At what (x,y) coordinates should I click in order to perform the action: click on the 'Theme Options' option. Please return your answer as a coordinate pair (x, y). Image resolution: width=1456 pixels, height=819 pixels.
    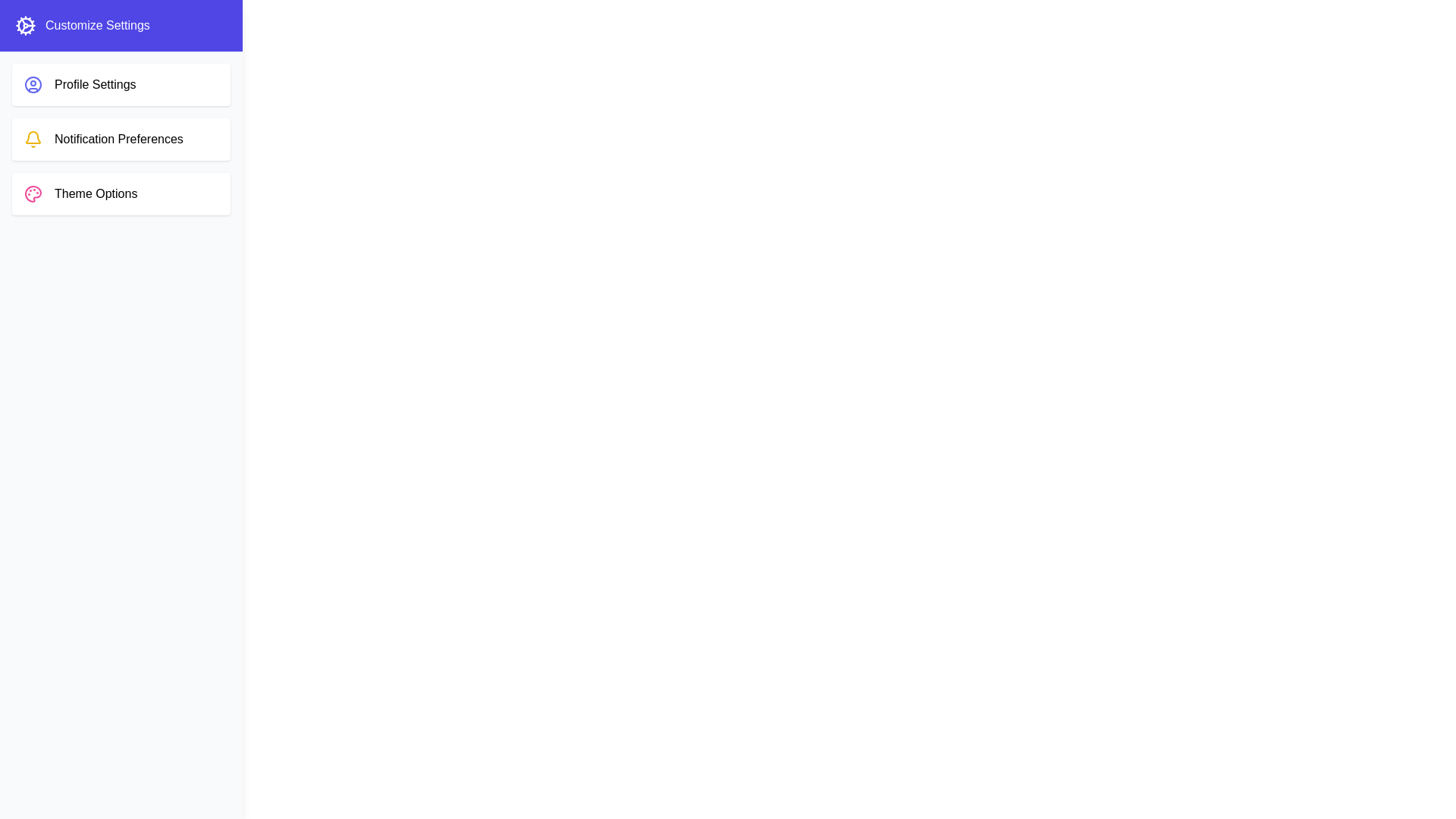
    Looking at the image, I should click on (120, 193).